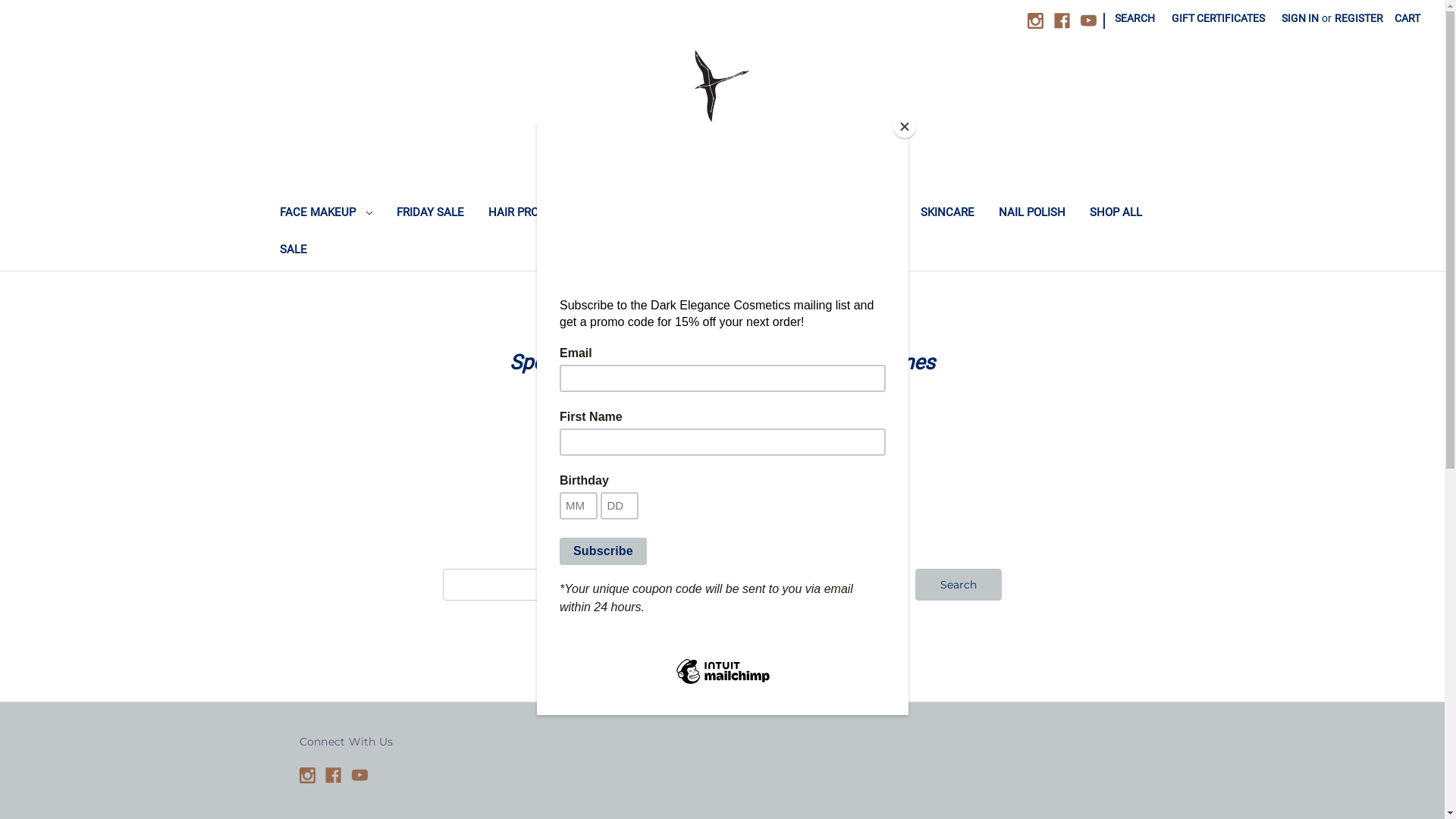 The image size is (1456, 819). What do you see at coordinates (1163, 18) in the screenshot?
I see `'GIFT CERTIFICATES'` at bounding box center [1163, 18].